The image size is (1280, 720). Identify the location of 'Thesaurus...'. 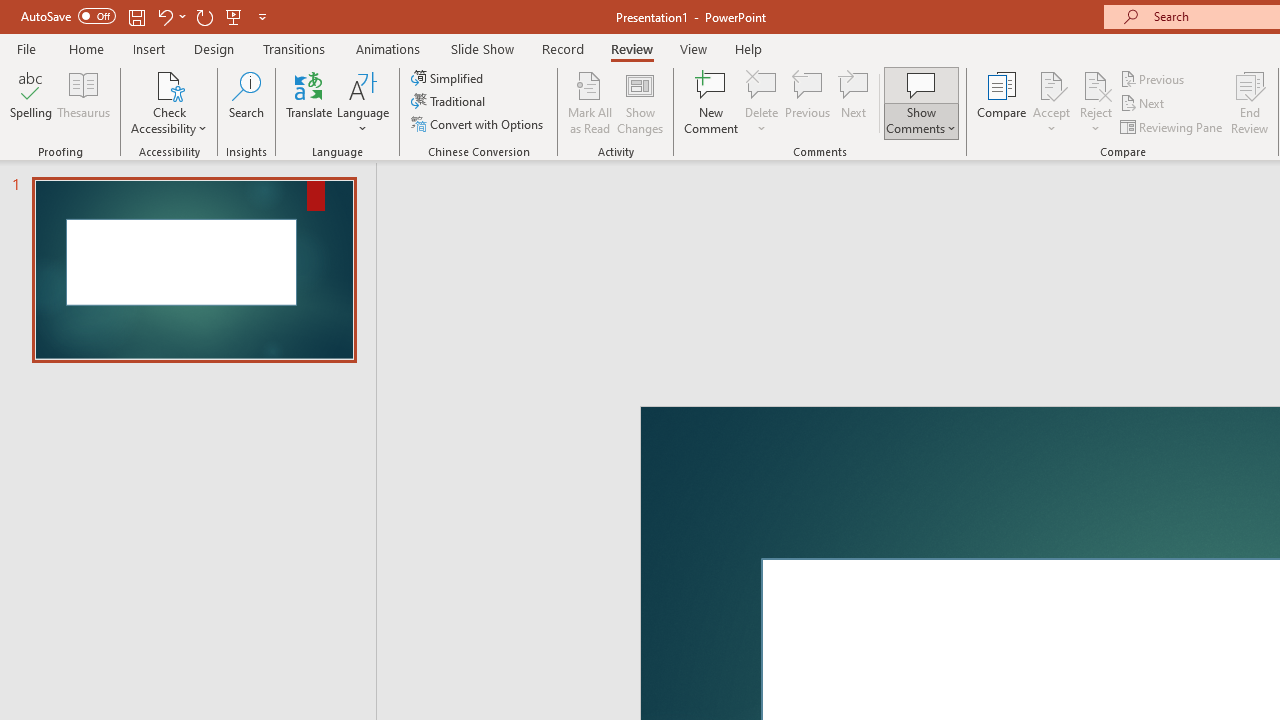
(82, 103).